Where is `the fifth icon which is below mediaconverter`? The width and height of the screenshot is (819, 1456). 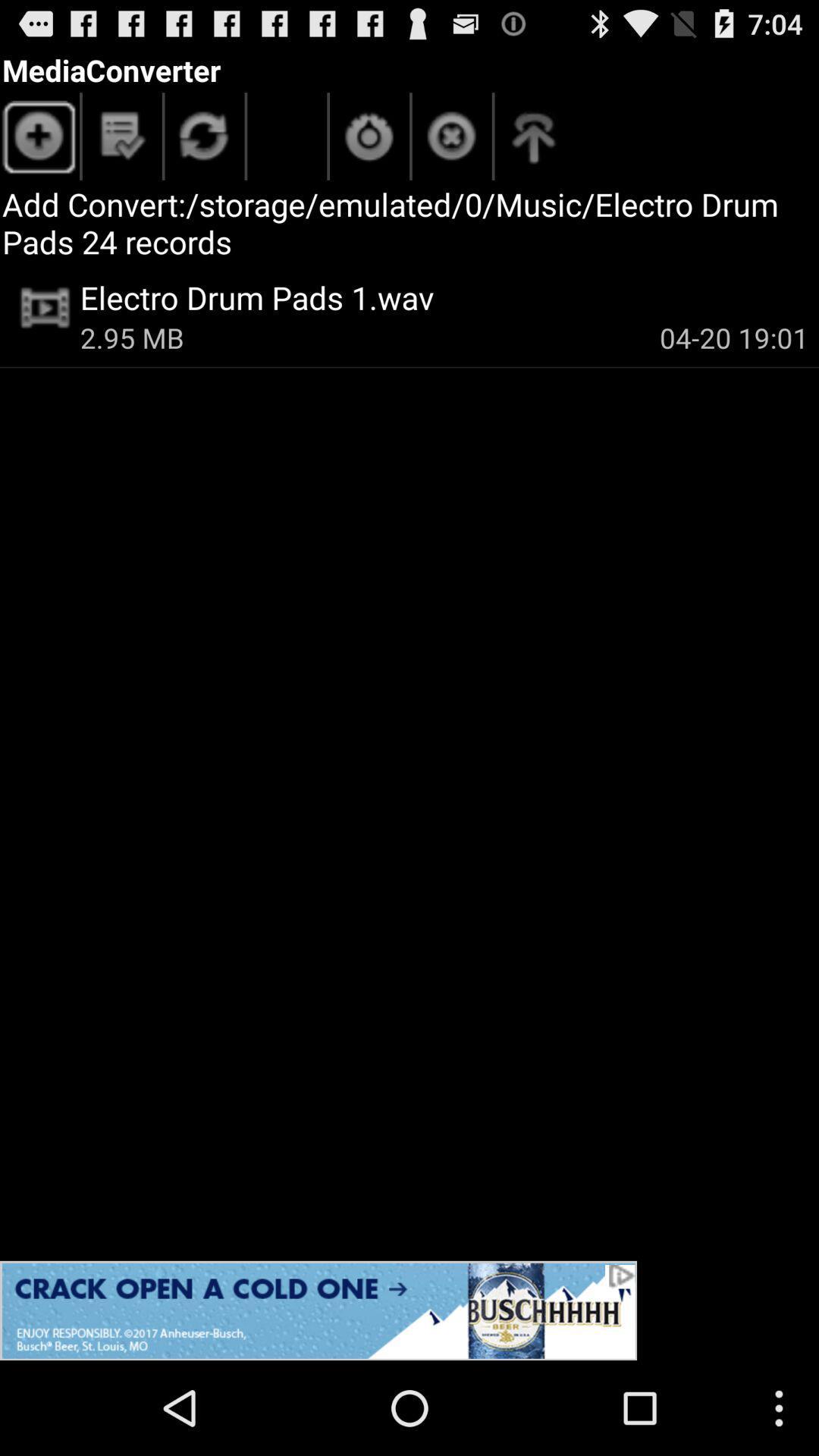 the fifth icon which is below mediaconverter is located at coordinates (451, 140).